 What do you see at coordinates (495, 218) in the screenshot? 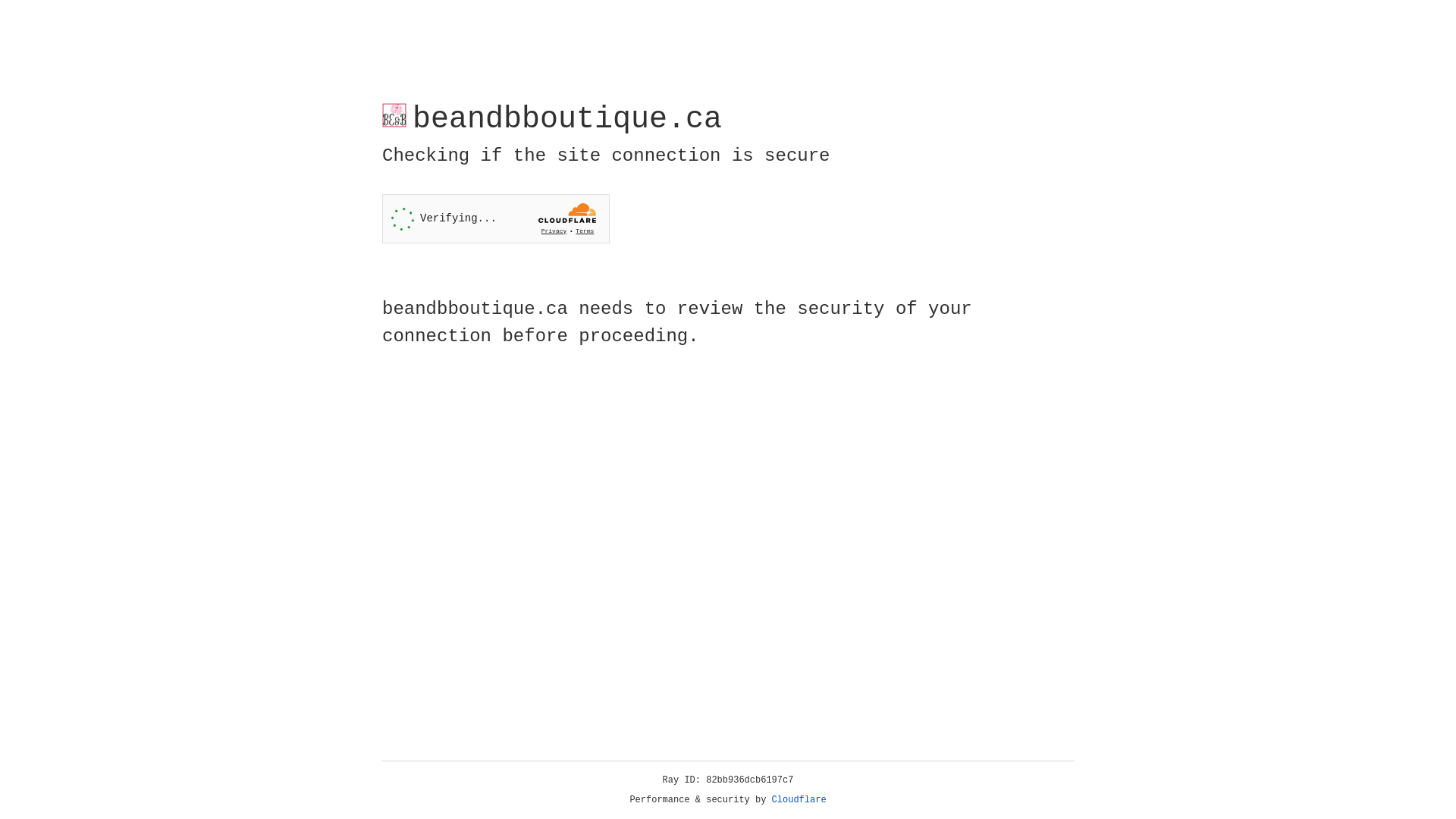
I see `'Widget containing a Cloudflare security challenge'` at bounding box center [495, 218].